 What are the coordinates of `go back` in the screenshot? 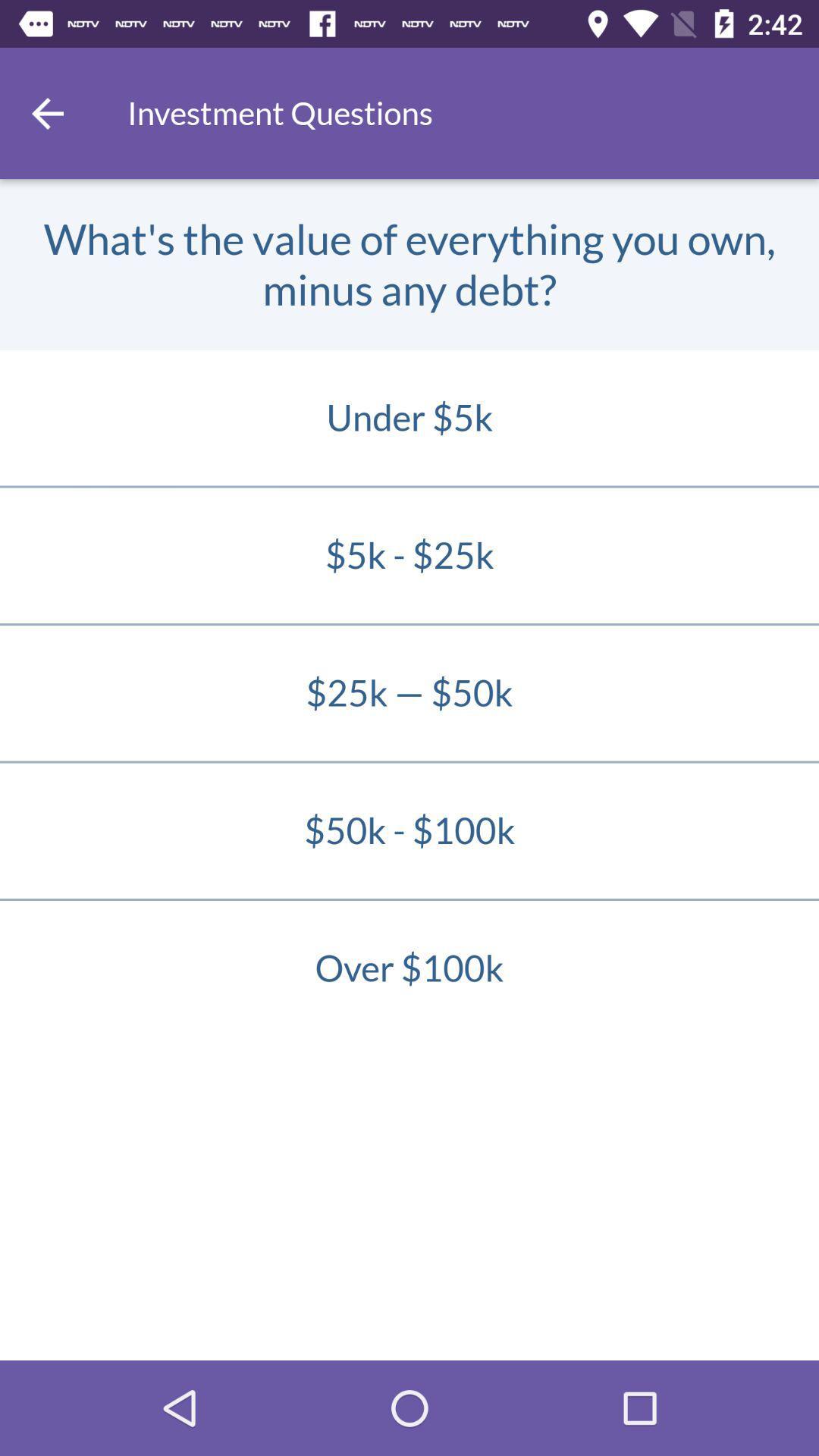 It's located at (46, 112).